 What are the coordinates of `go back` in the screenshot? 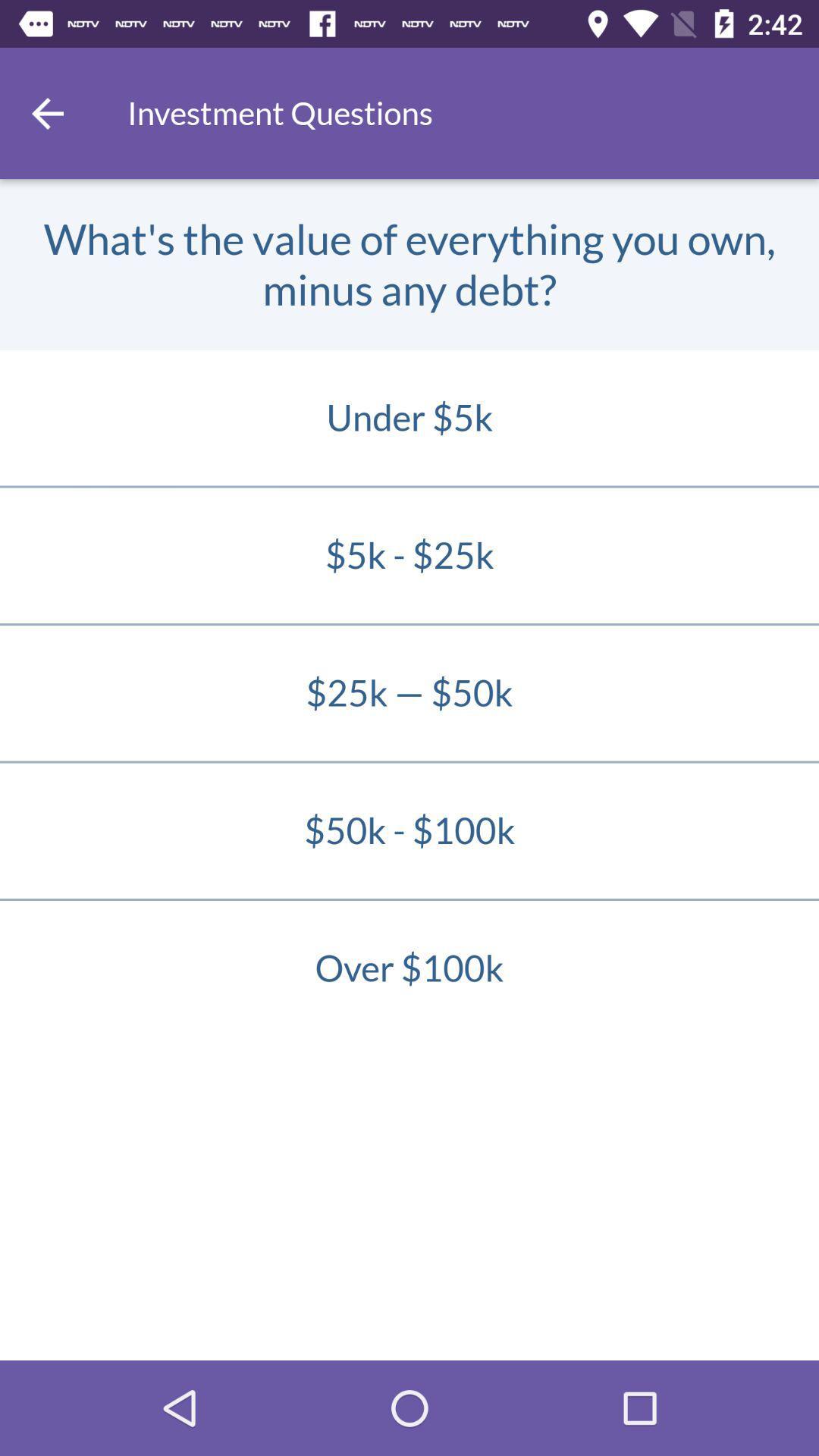 It's located at (46, 112).